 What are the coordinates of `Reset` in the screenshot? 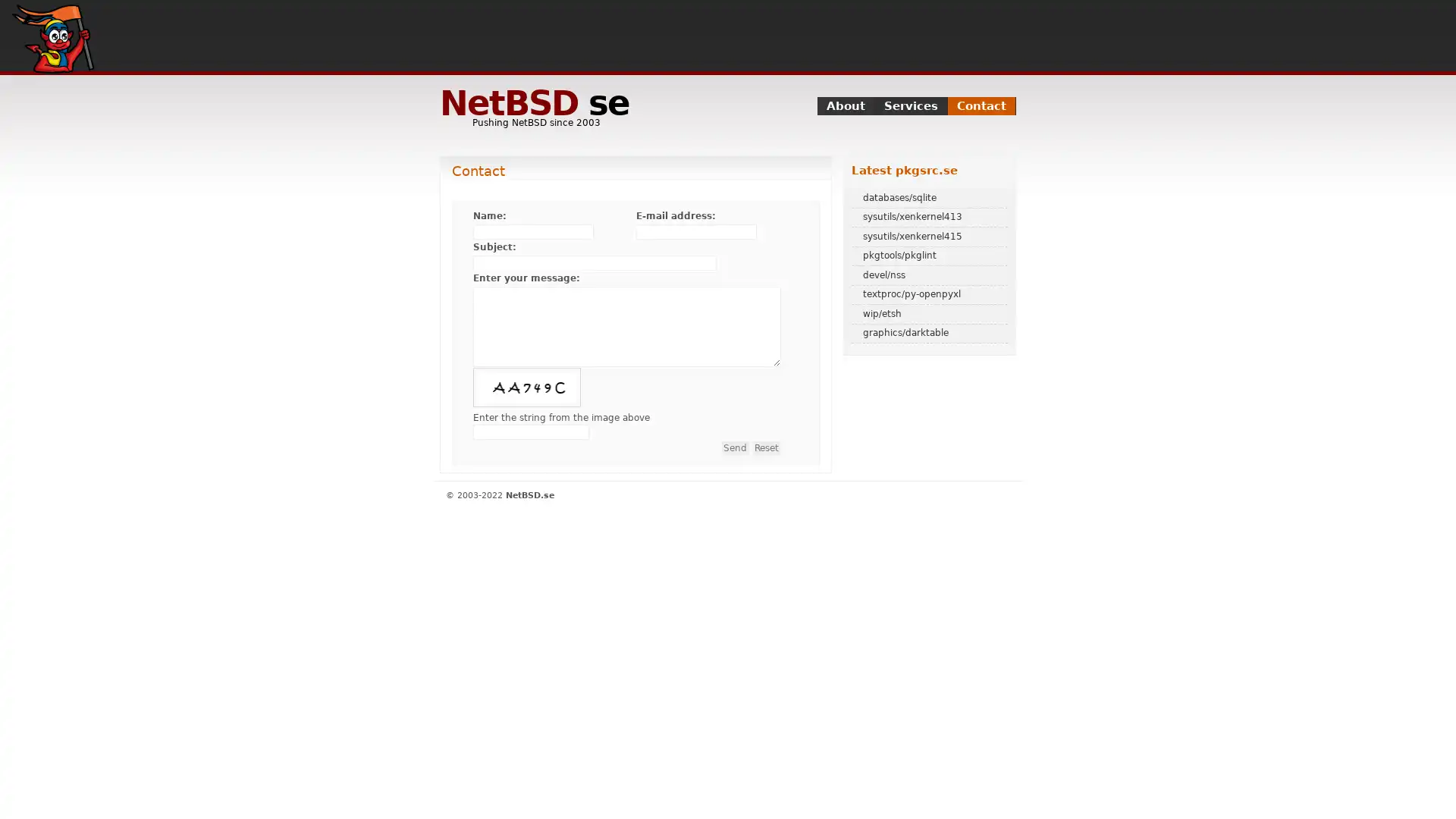 It's located at (767, 447).